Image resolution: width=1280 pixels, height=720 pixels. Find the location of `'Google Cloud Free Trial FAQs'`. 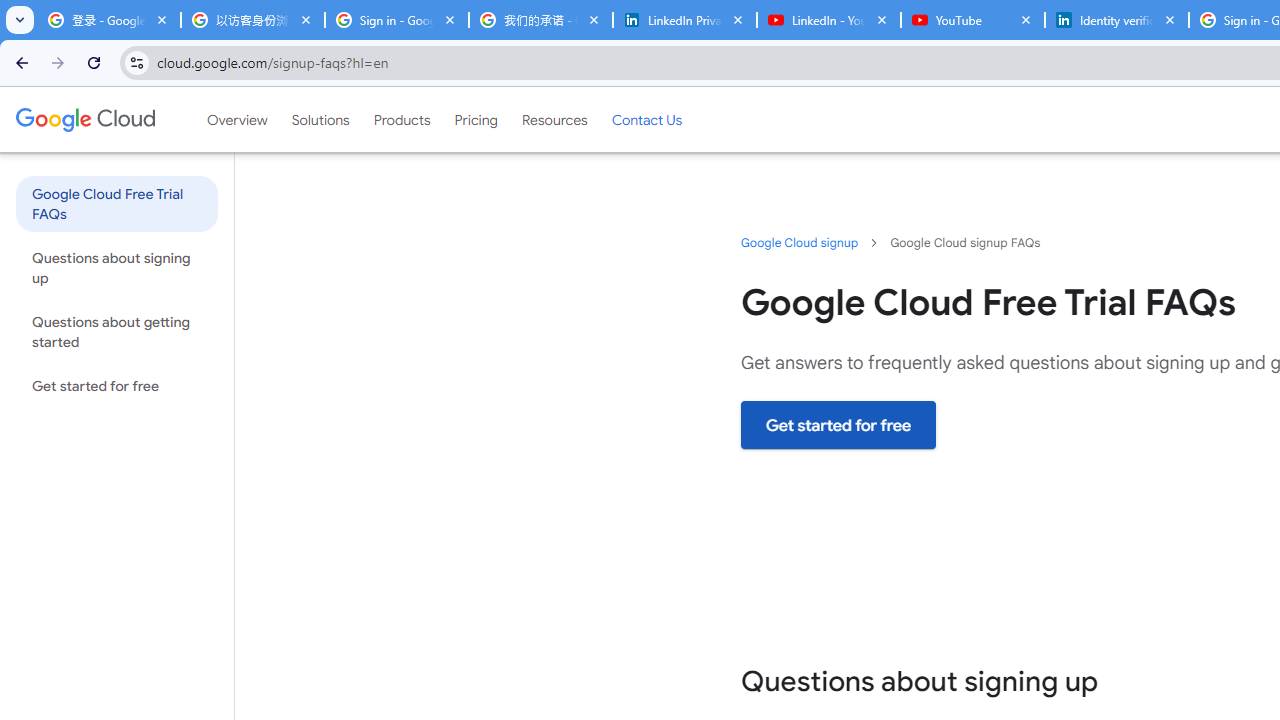

'Google Cloud Free Trial FAQs' is located at coordinates (115, 203).